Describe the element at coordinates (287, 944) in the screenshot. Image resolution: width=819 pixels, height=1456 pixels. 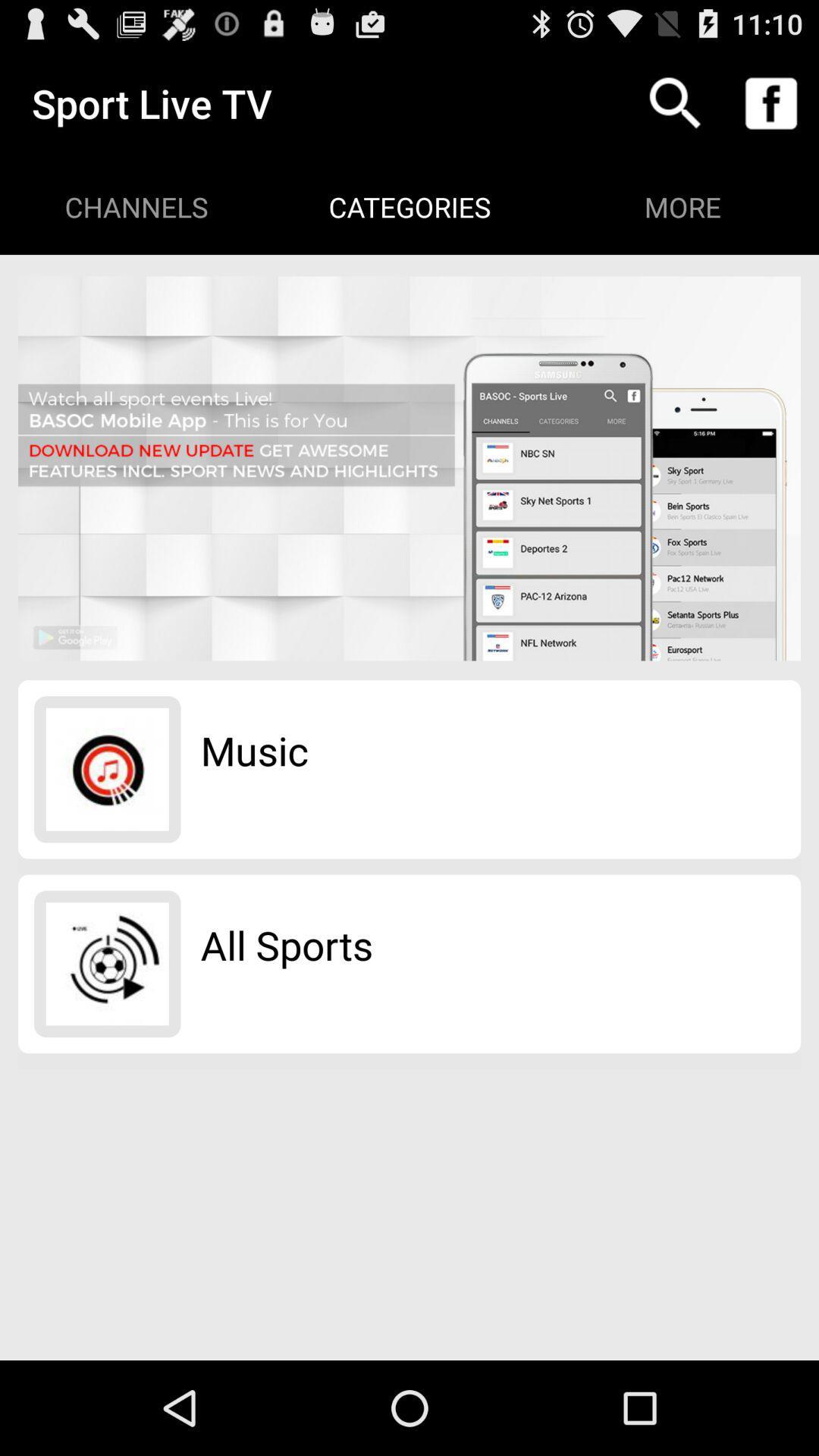
I see `the item below the music` at that location.